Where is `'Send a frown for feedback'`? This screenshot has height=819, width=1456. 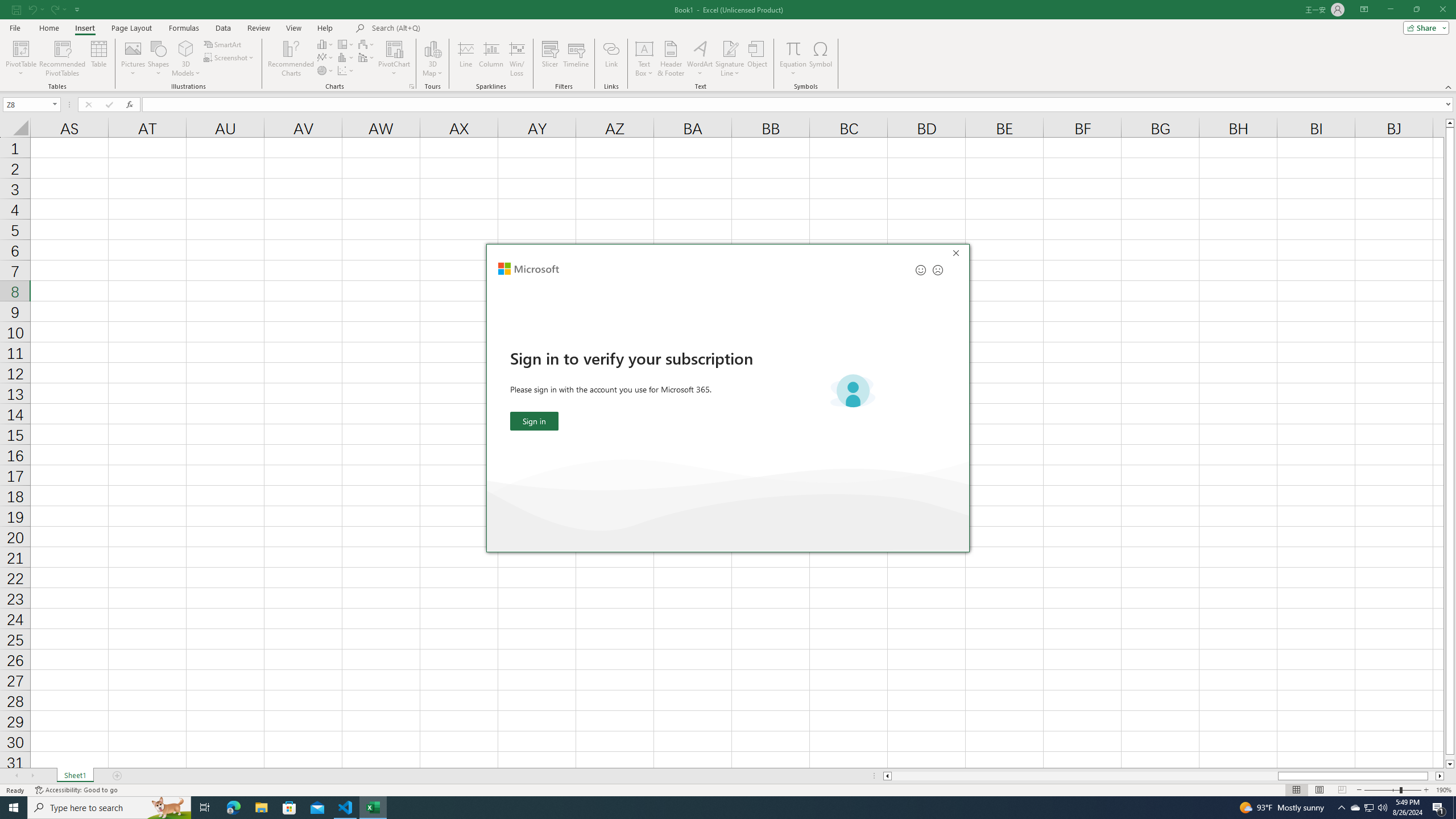
'Send a frown for feedback' is located at coordinates (937, 270).